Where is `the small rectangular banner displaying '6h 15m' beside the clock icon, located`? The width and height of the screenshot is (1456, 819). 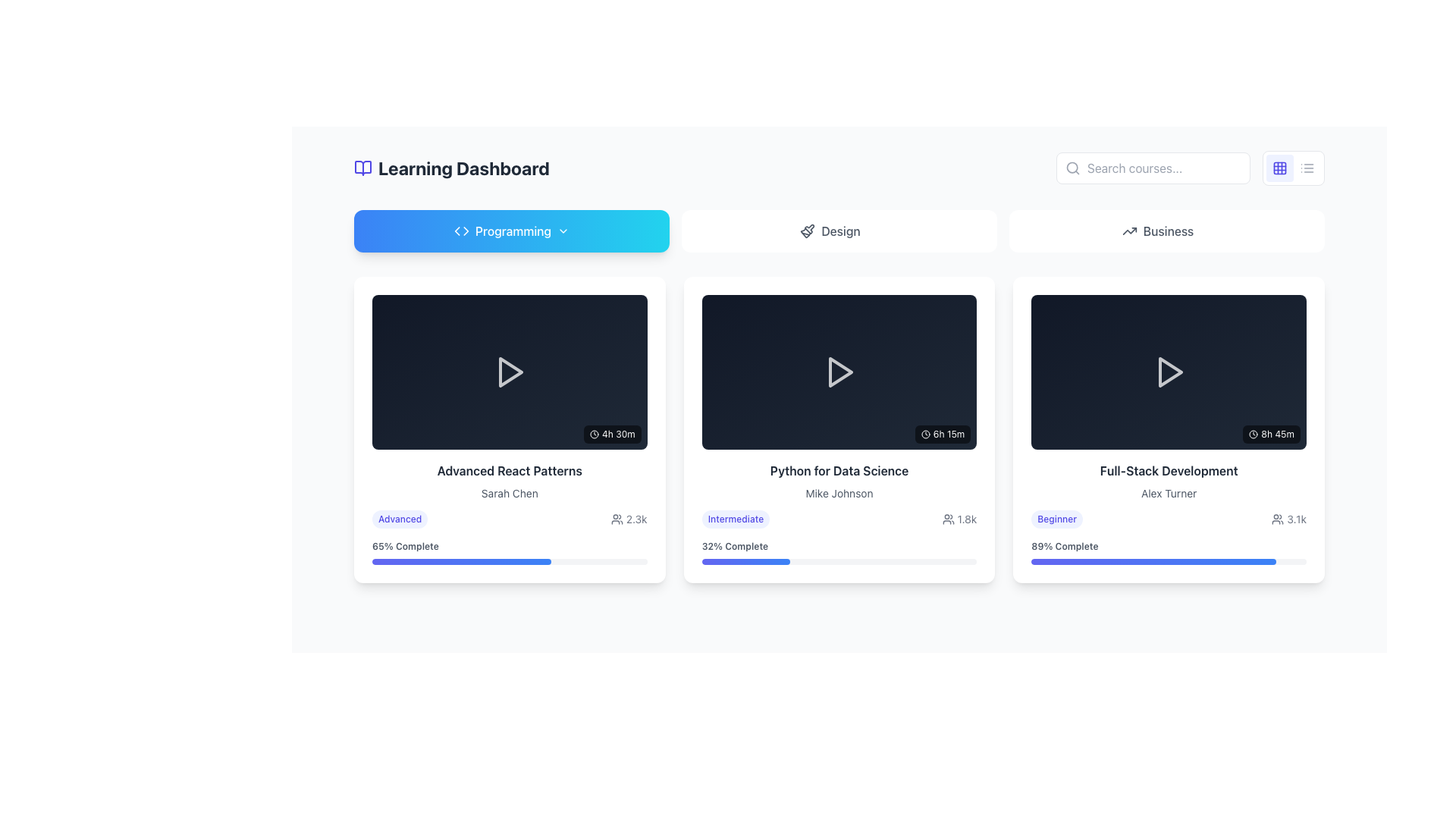
the small rectangular banner displaying '6h 15m' beside the clock icon, located is located at coordinates (942, 435).